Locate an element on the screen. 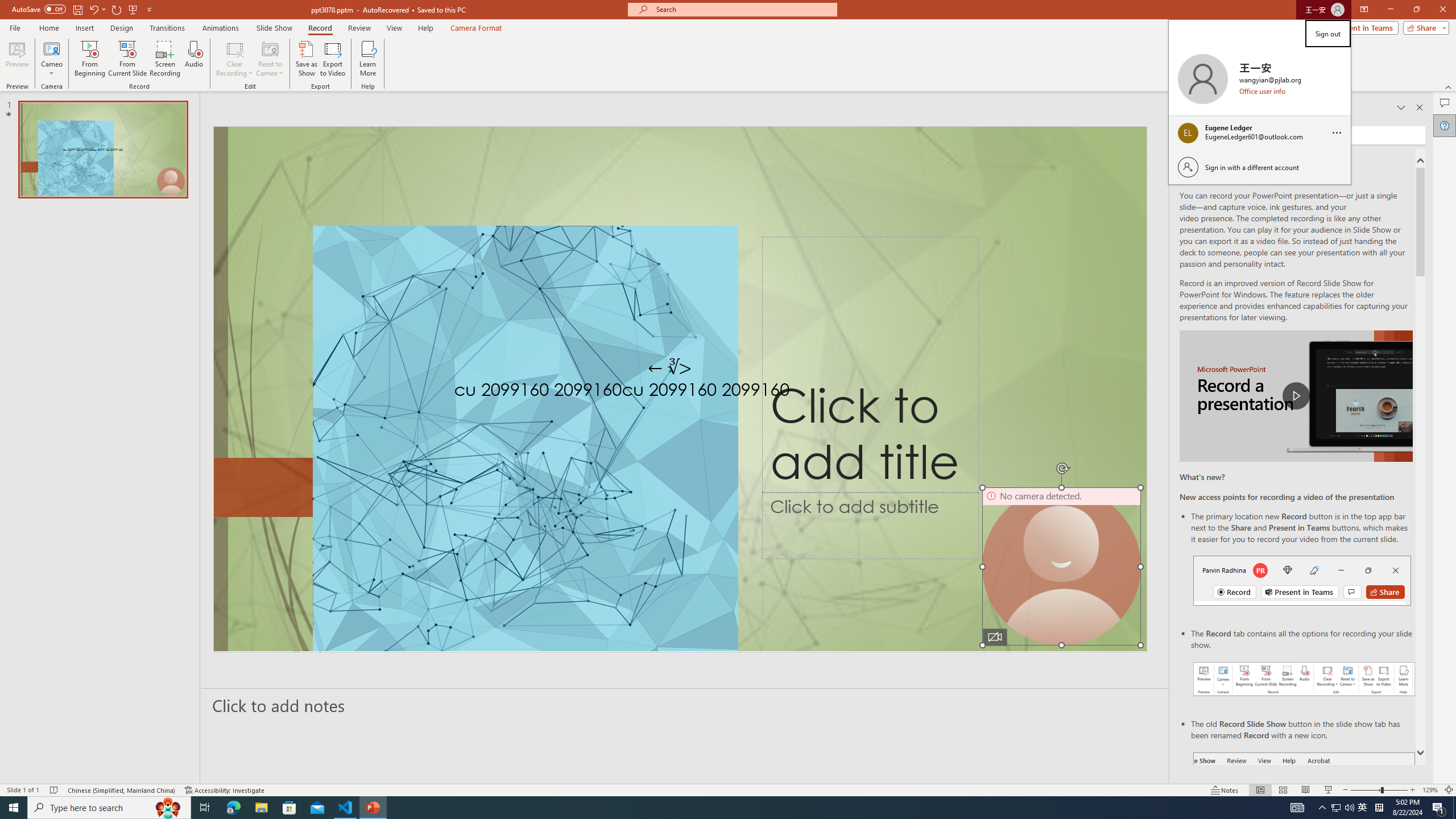  'Record your presentations screenshot one' is located at coordinates (1304, 678).